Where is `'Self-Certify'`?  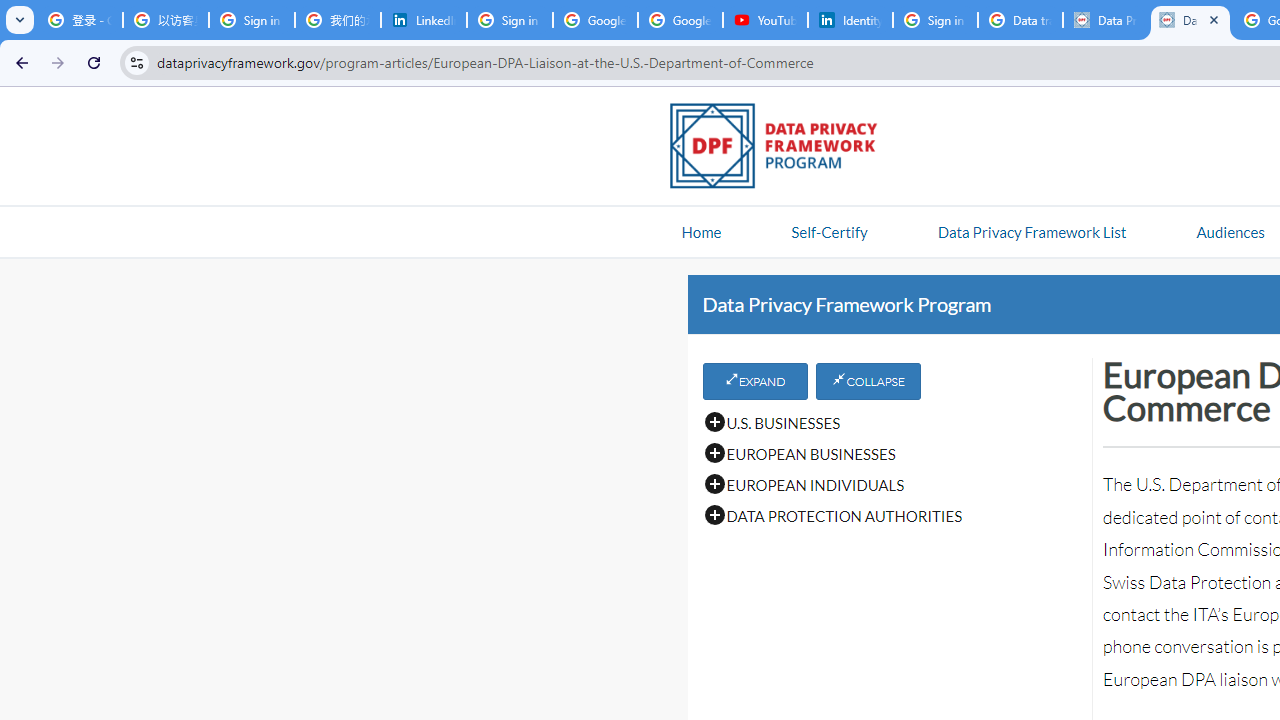
'Self-Certify' is located at coordinates (829, 230).